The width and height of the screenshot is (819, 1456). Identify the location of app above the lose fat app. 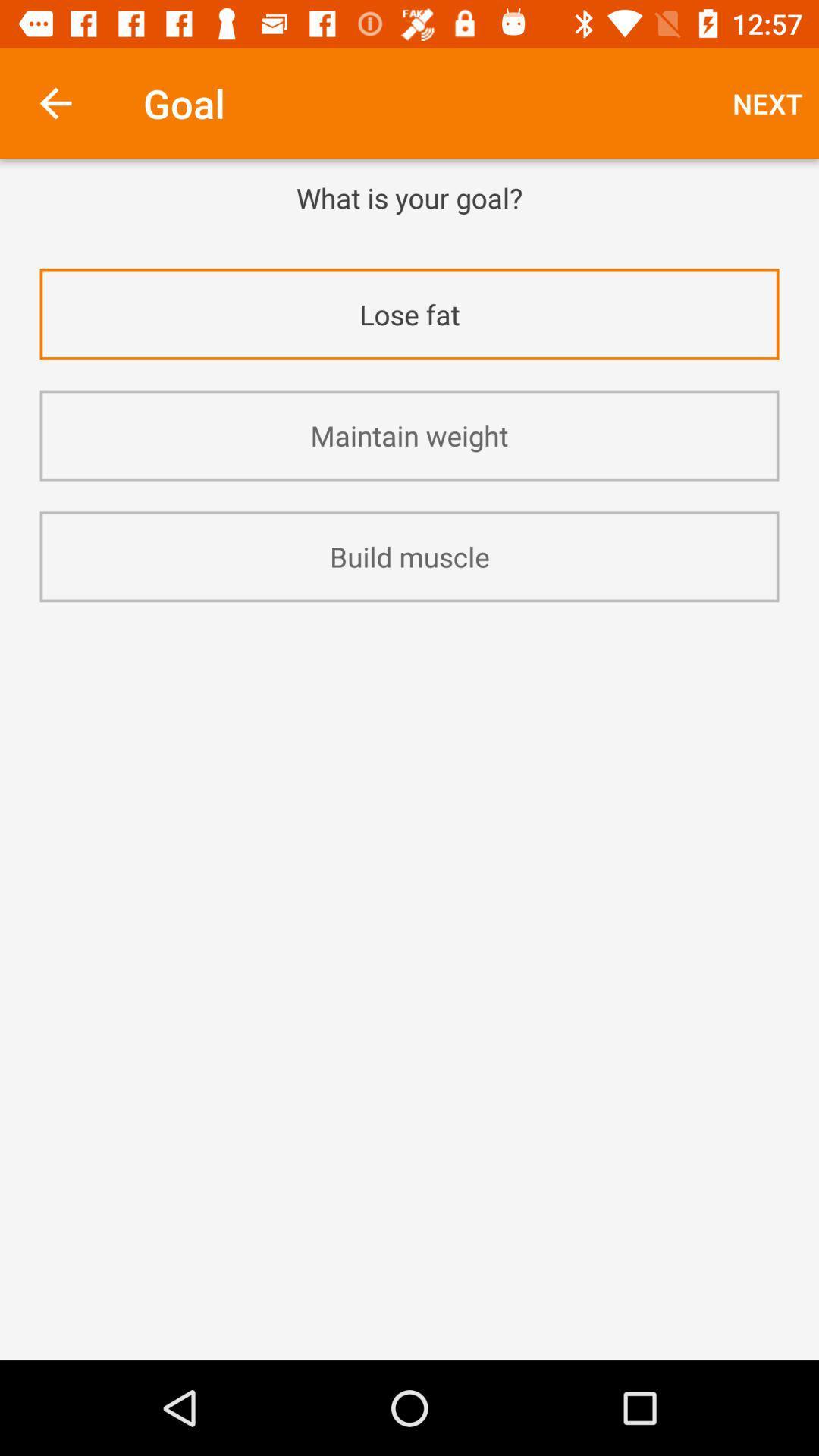
(409, 237).